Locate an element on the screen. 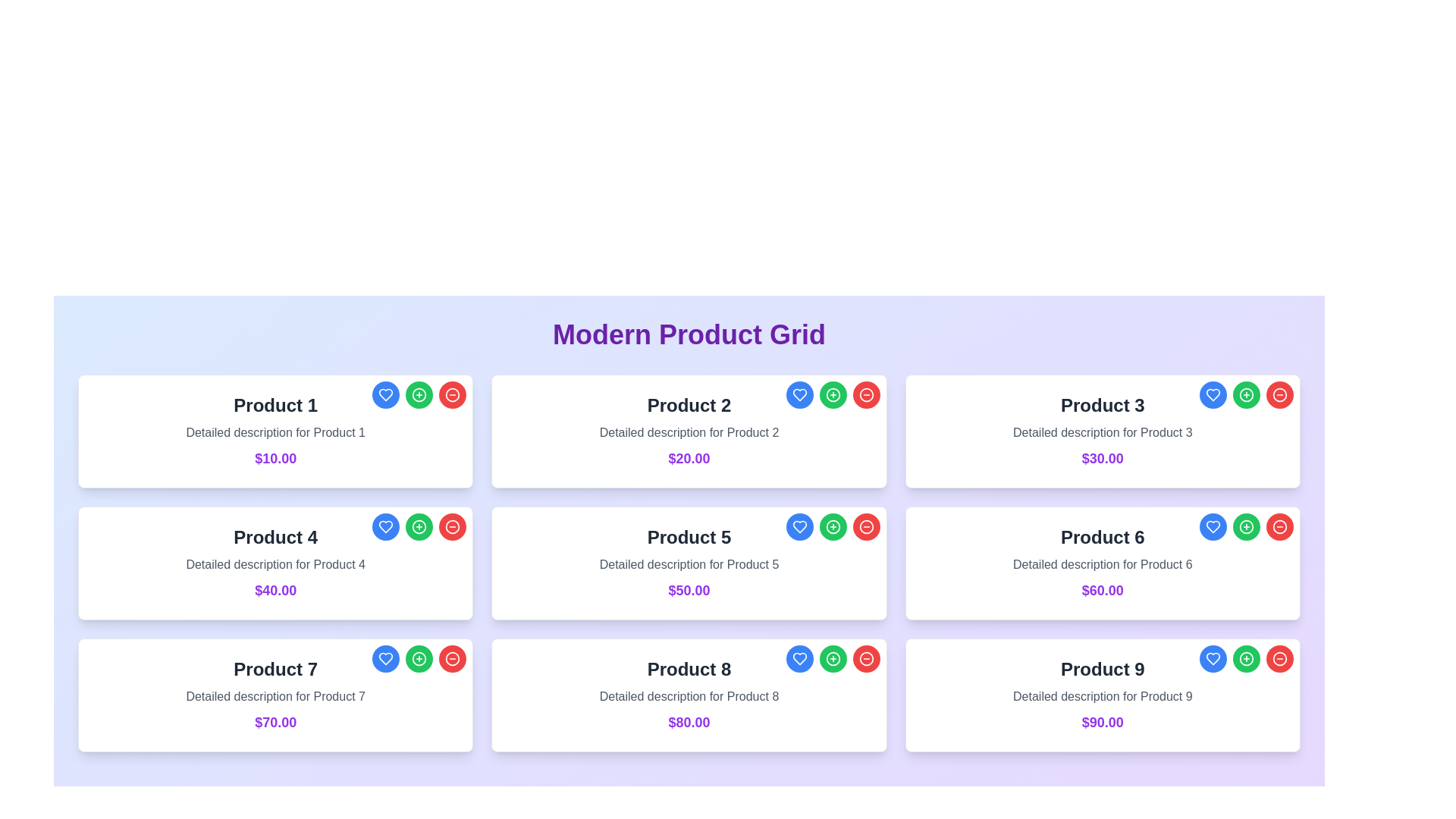  the circular red button with a white minus icon, located in the top-right corner of the card for 'Product 6' is located at coordinates (1279, 526).